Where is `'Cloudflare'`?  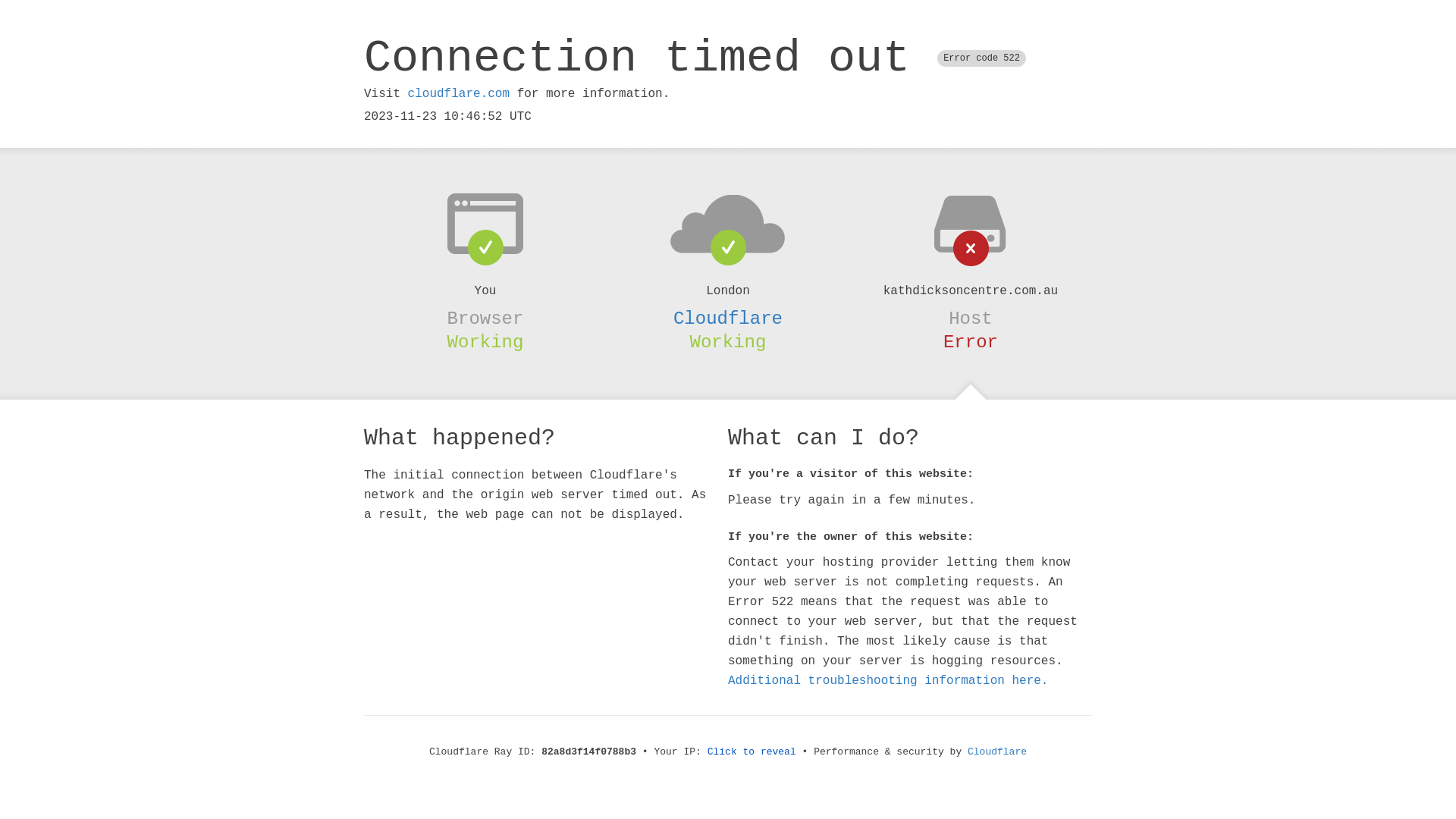
'Cloudflare' is located at coordinates (997, 752).